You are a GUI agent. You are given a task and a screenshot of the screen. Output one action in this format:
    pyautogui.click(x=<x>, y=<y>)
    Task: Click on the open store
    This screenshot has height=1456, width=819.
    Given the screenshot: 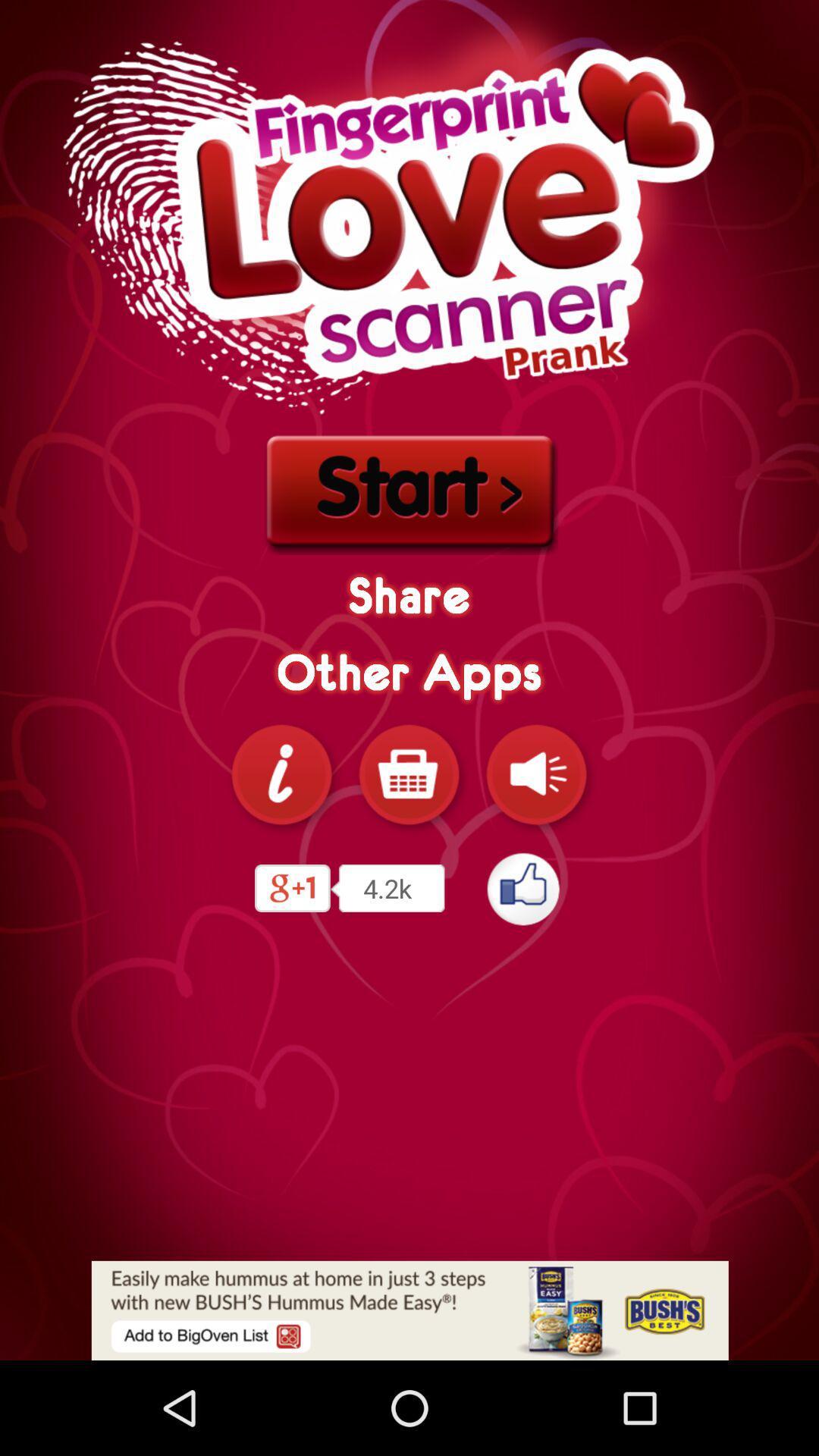 What is the action you would take?
    pyautogui.click(x=409, y=774)
    